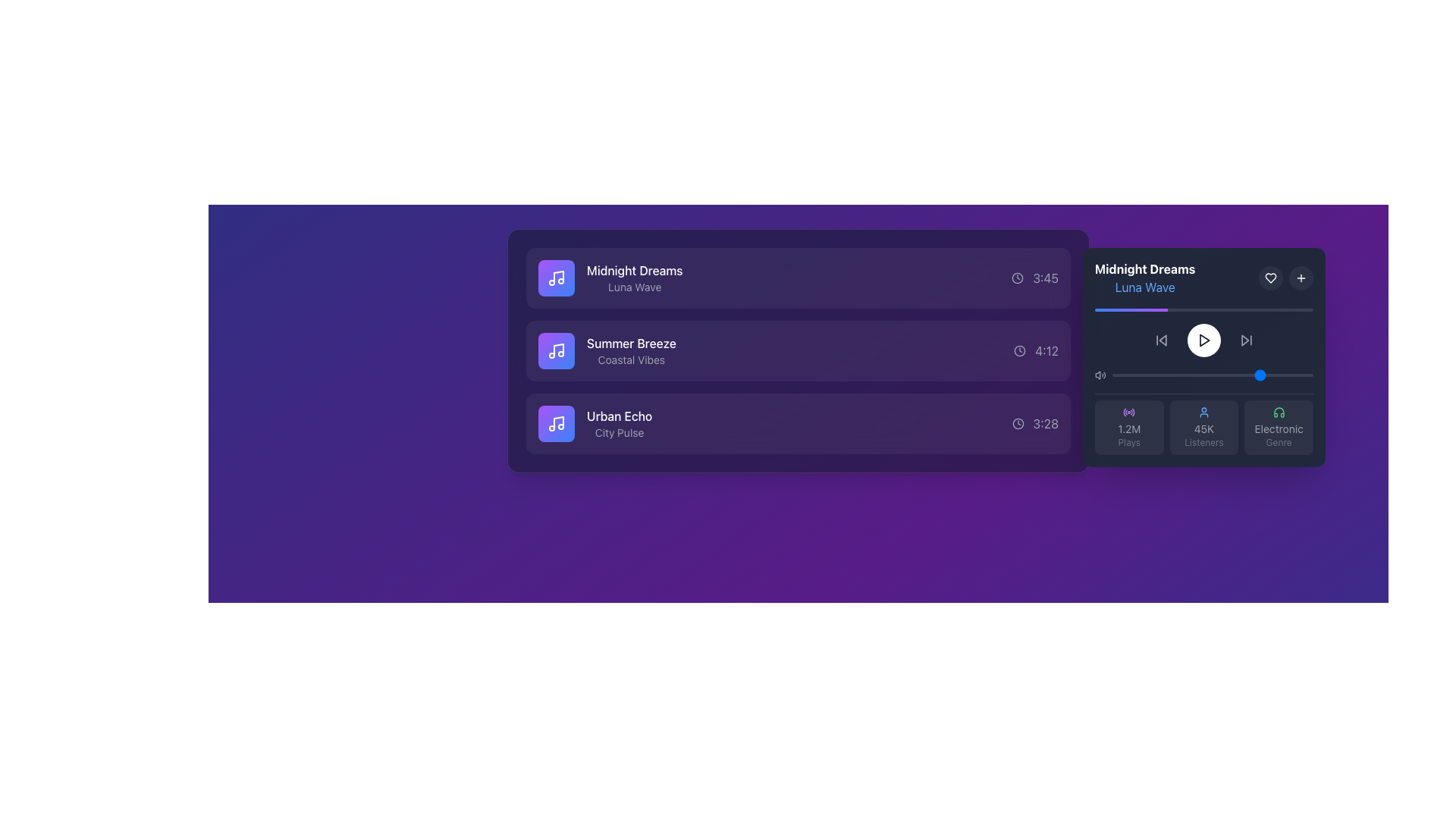 Image resolution: width=1456 pixels, height=819 pixels. Describe the element at coordinates (1301, 278) in the screenshot. I see `the plus icon button located in the top-right corner of the music player controls section` at that location.